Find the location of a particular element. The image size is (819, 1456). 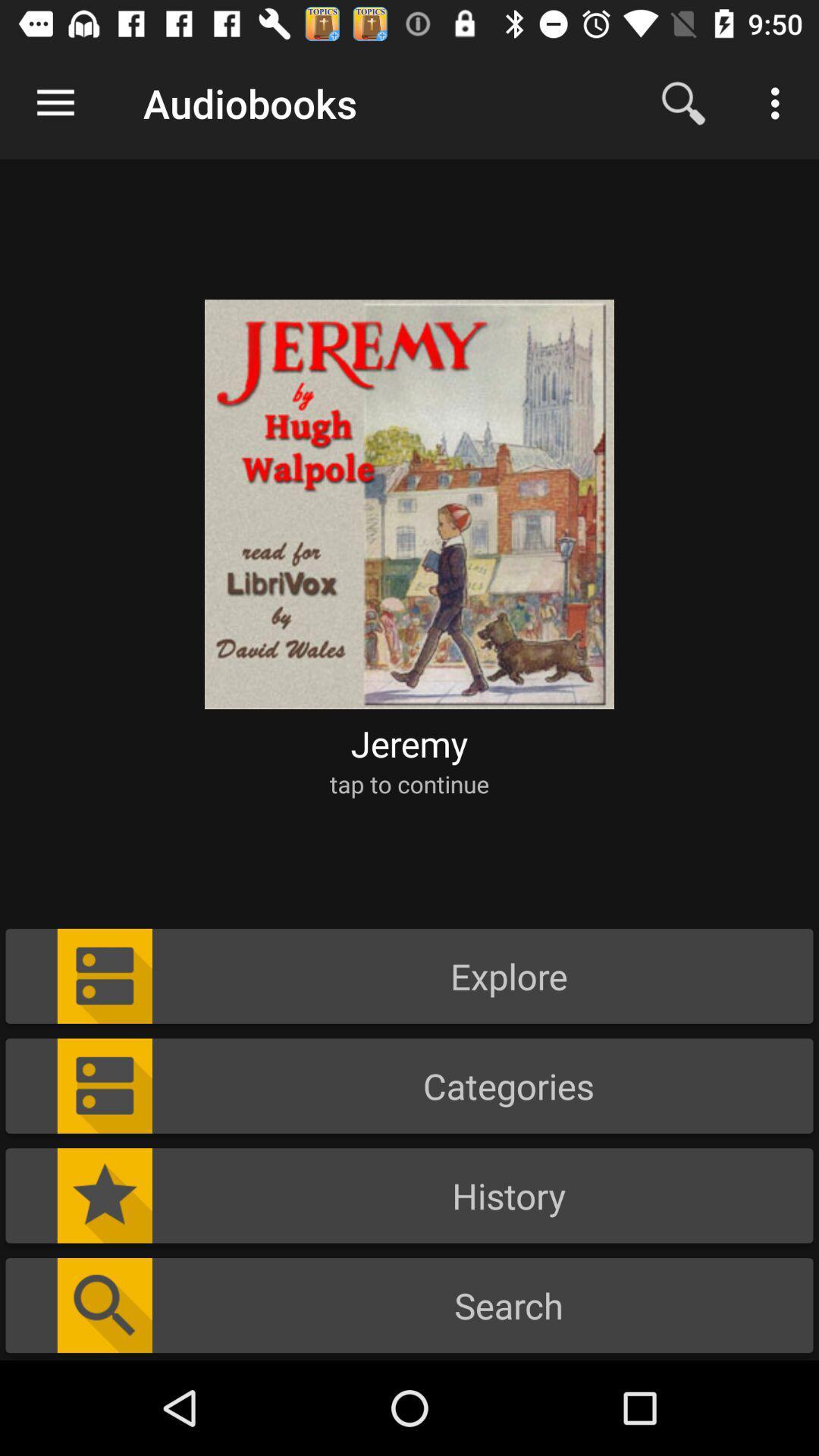

the icon above the jeremy item is located at coordinates (409, 494).